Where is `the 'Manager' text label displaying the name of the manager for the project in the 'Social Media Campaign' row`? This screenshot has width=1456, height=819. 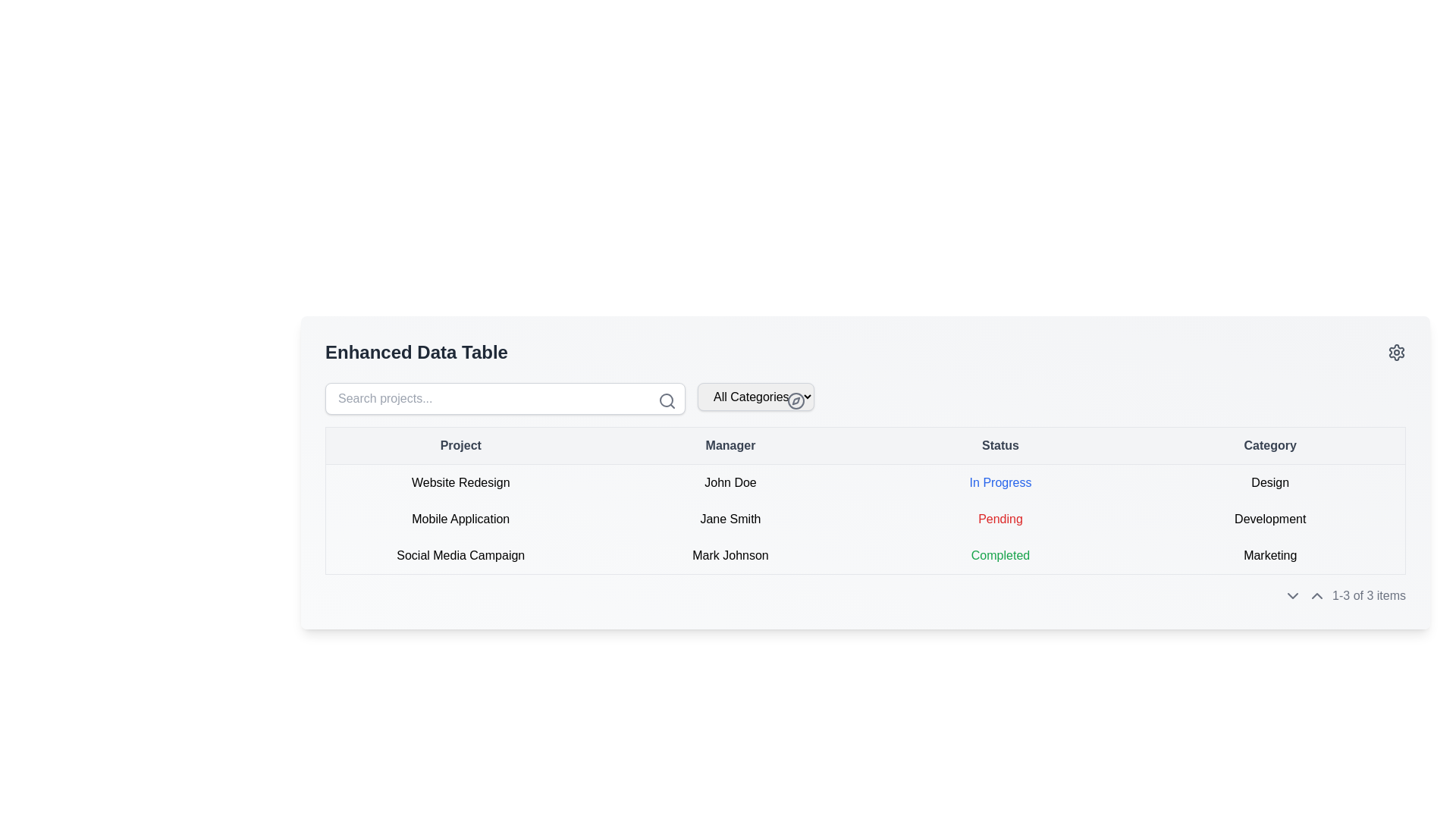
the 'Manager' text label displaying the name of the manager for the project in the 'Social Media Campaign' row is located at coordinates (730, 556).